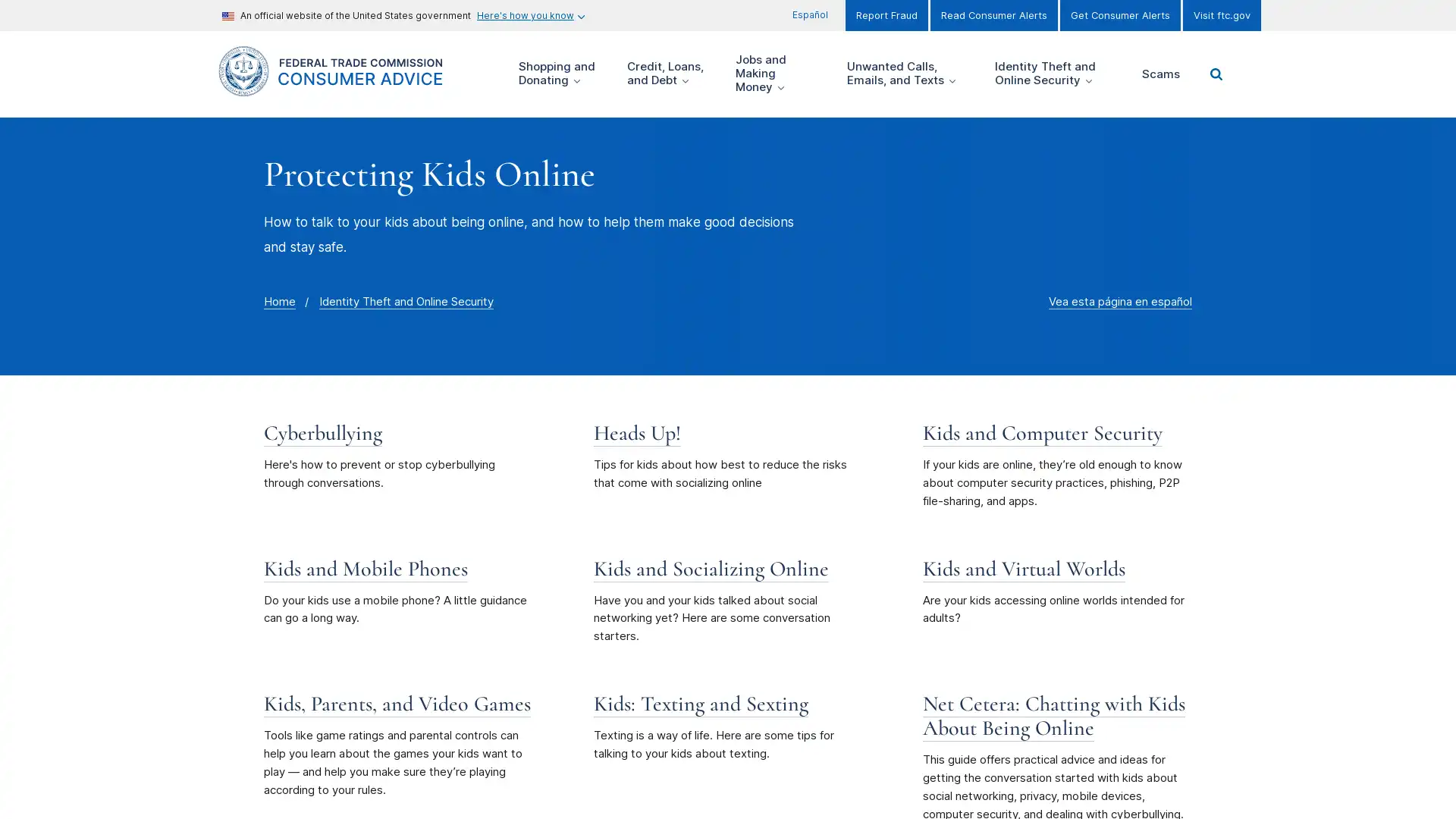  Describe the element at coordinates (530, 15) in the screenshot. I see `Here's how you know` at that location.